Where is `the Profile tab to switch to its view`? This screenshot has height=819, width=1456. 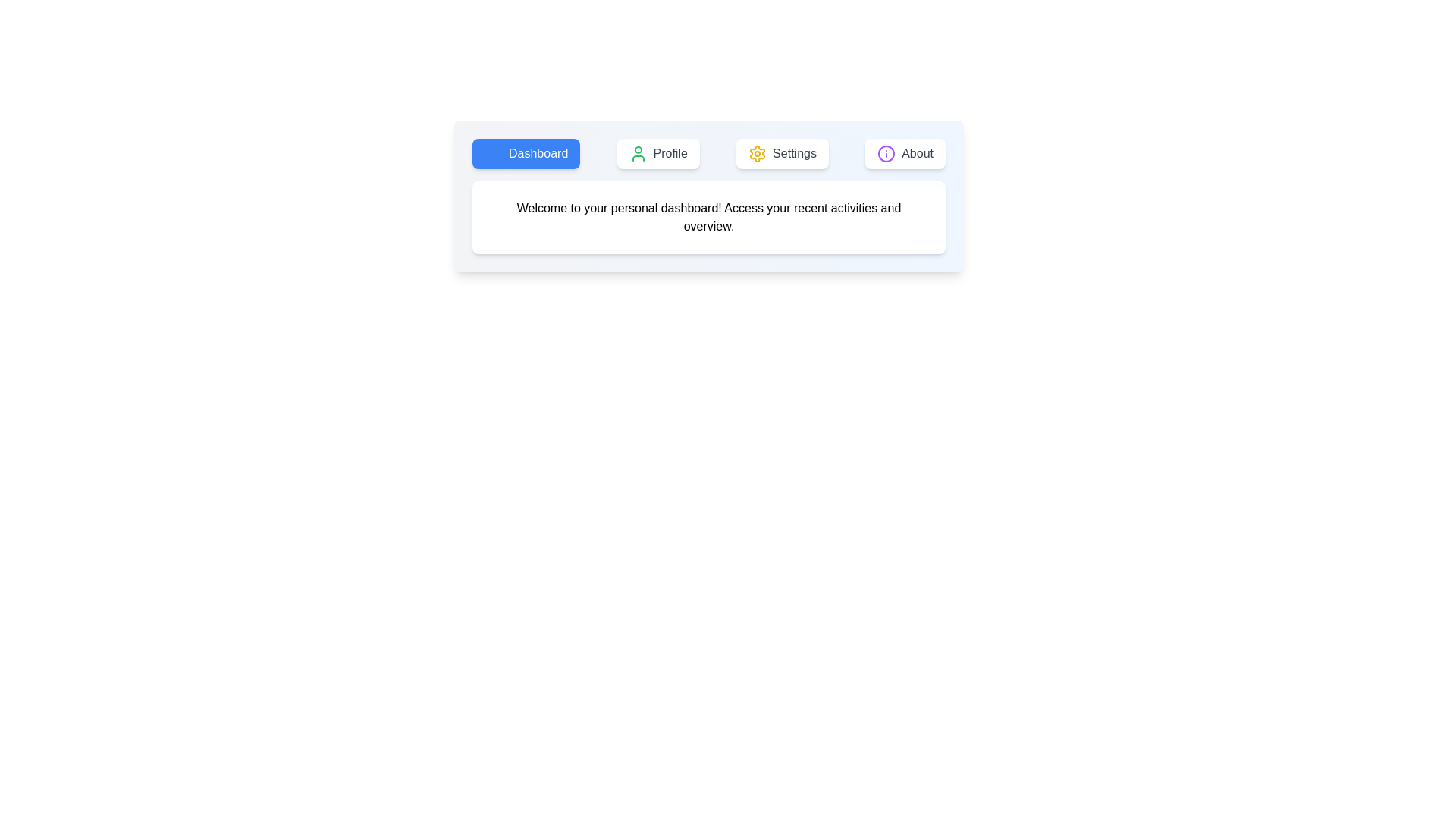 the Profile tab to switch to its view is located at coordinates (658, 154).